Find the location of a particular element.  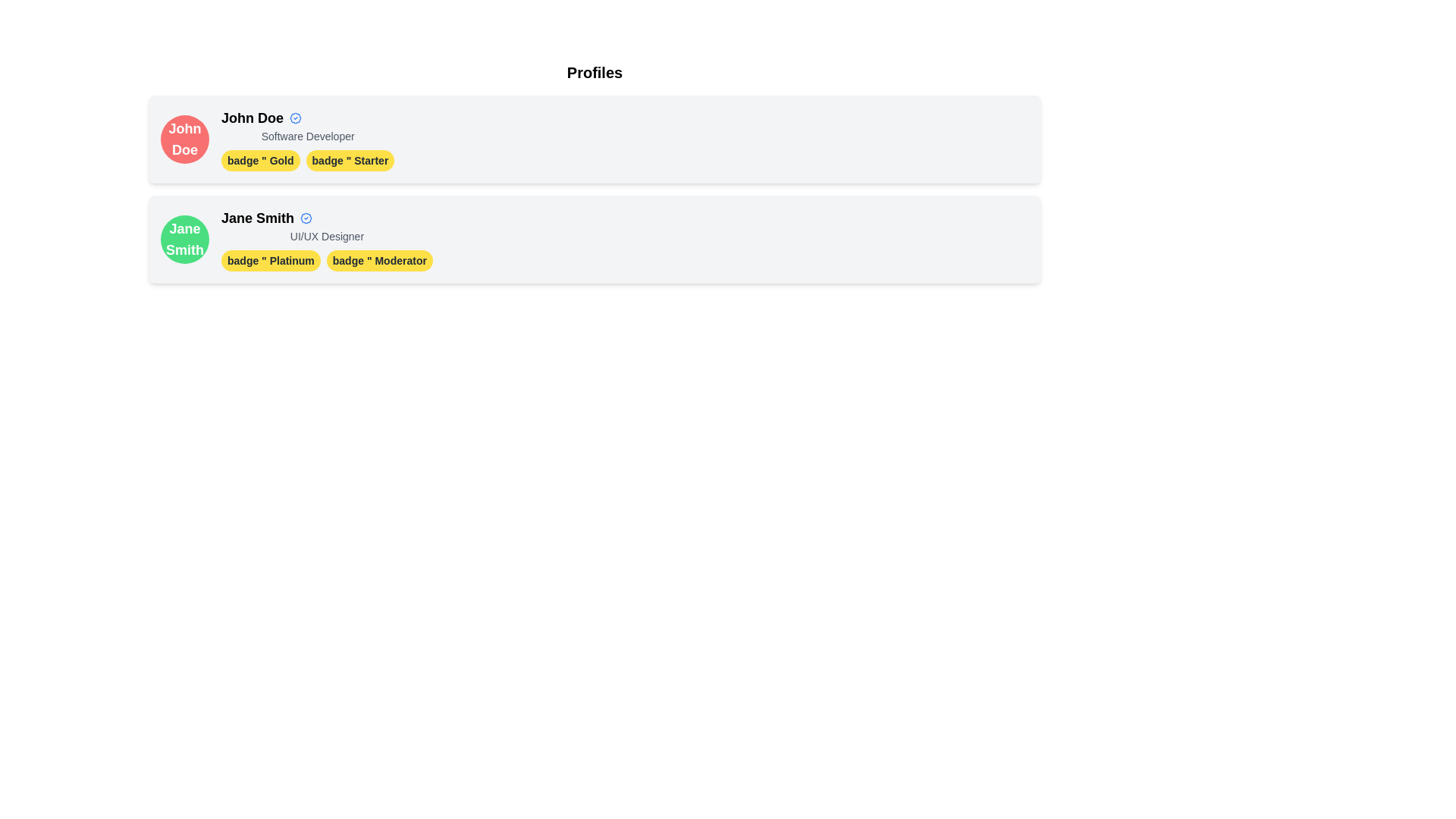

the badge icon indicating verified status next to 'John Doe', which has a blue outline and a checkmark shape is located at coordinates (295, 117).